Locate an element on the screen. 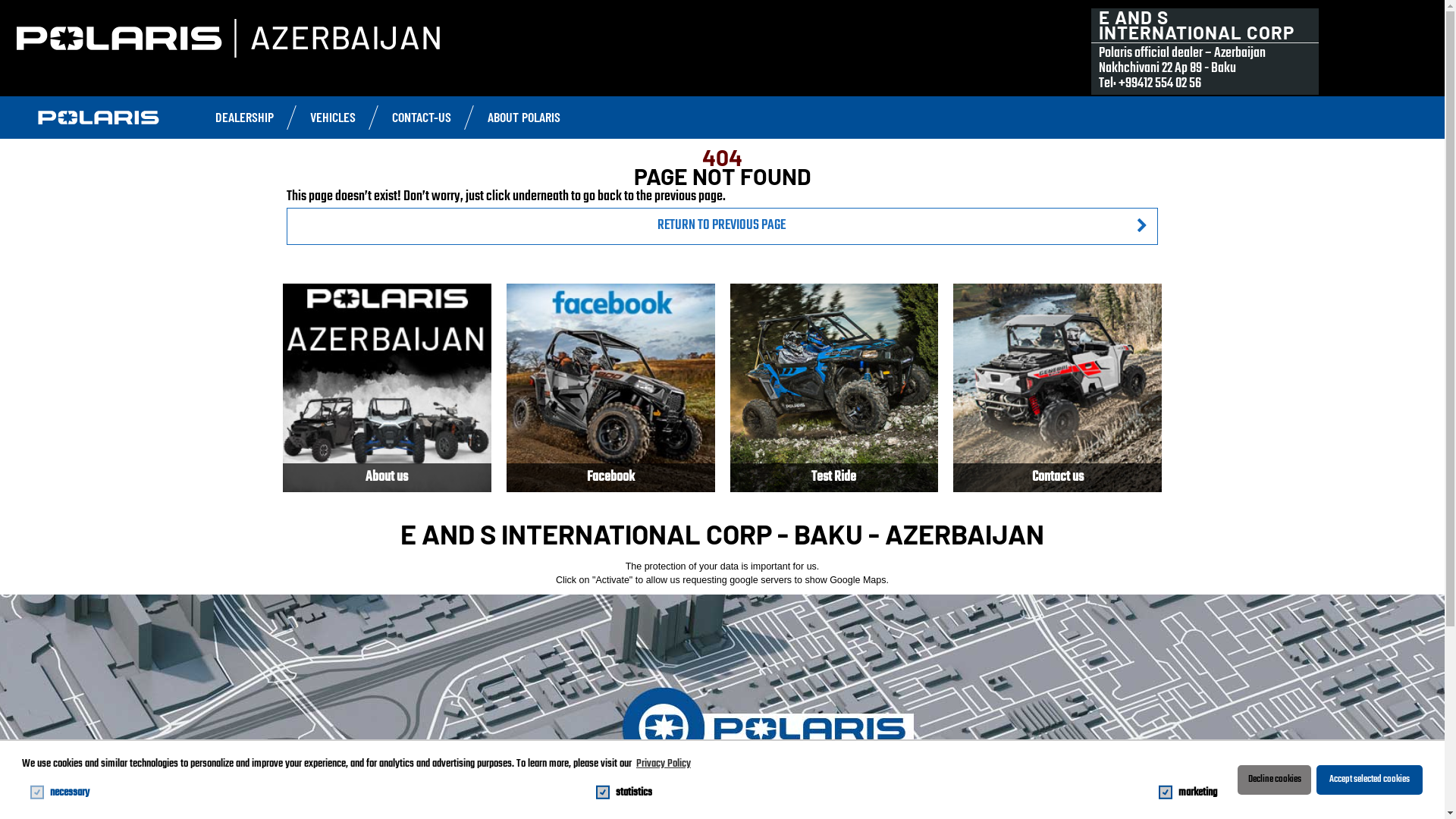 The image size is (1456, 819). 'About us' is located at coordinates (387, 387).